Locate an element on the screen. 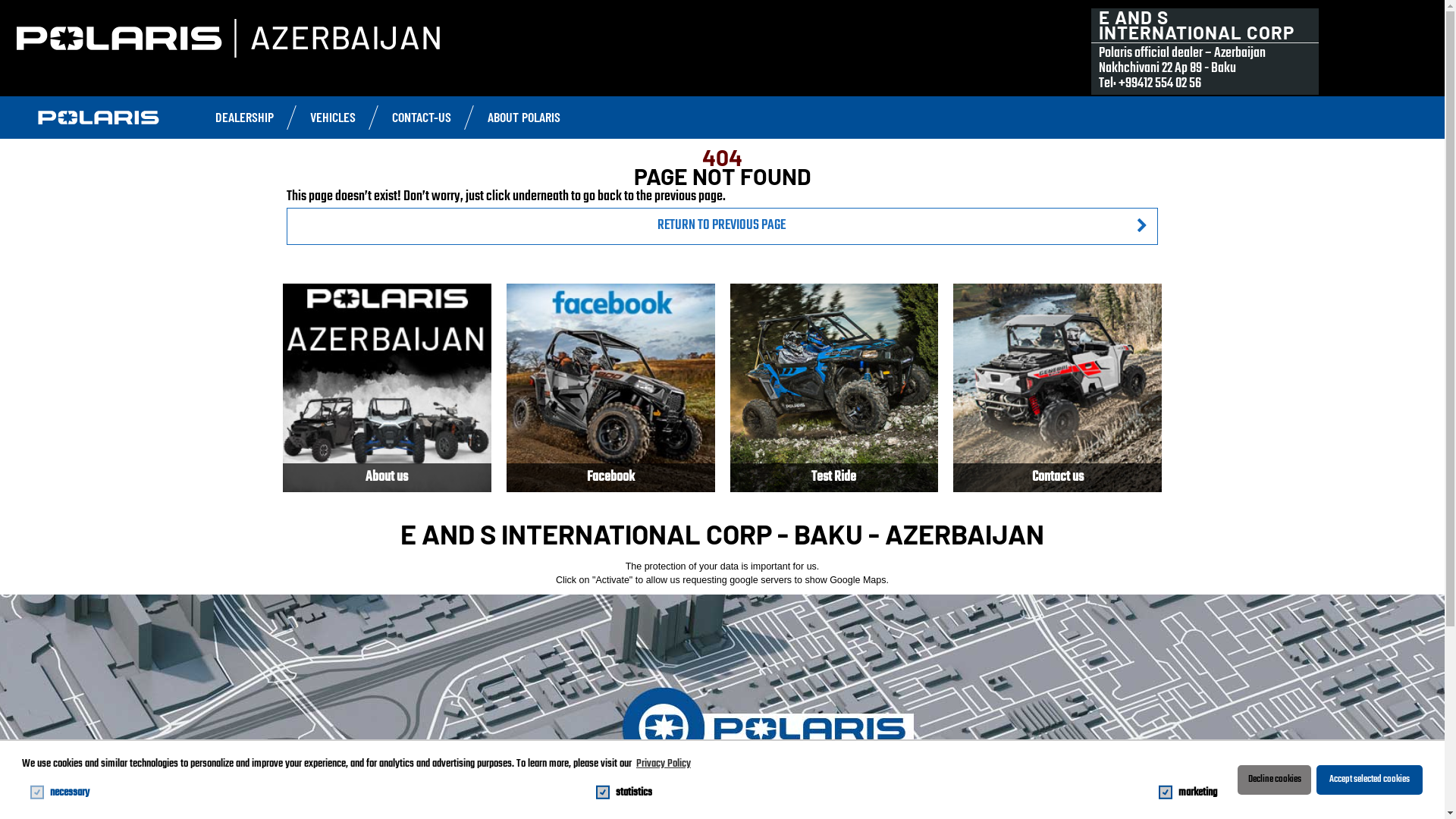 The image size is (1456, 819). 'About us' is located at coordinates (387, 387).